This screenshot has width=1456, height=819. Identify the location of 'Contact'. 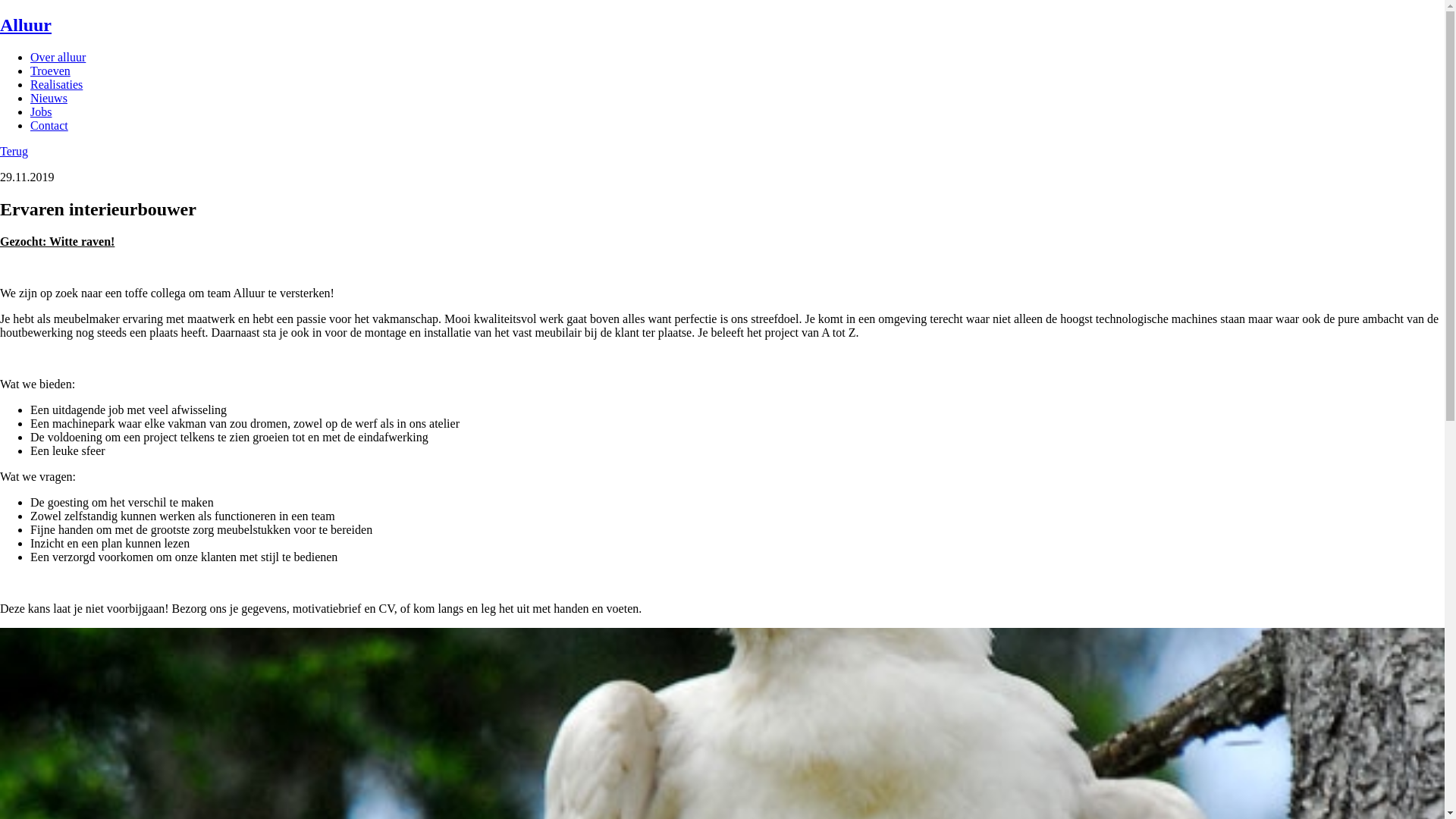
(49, 124).